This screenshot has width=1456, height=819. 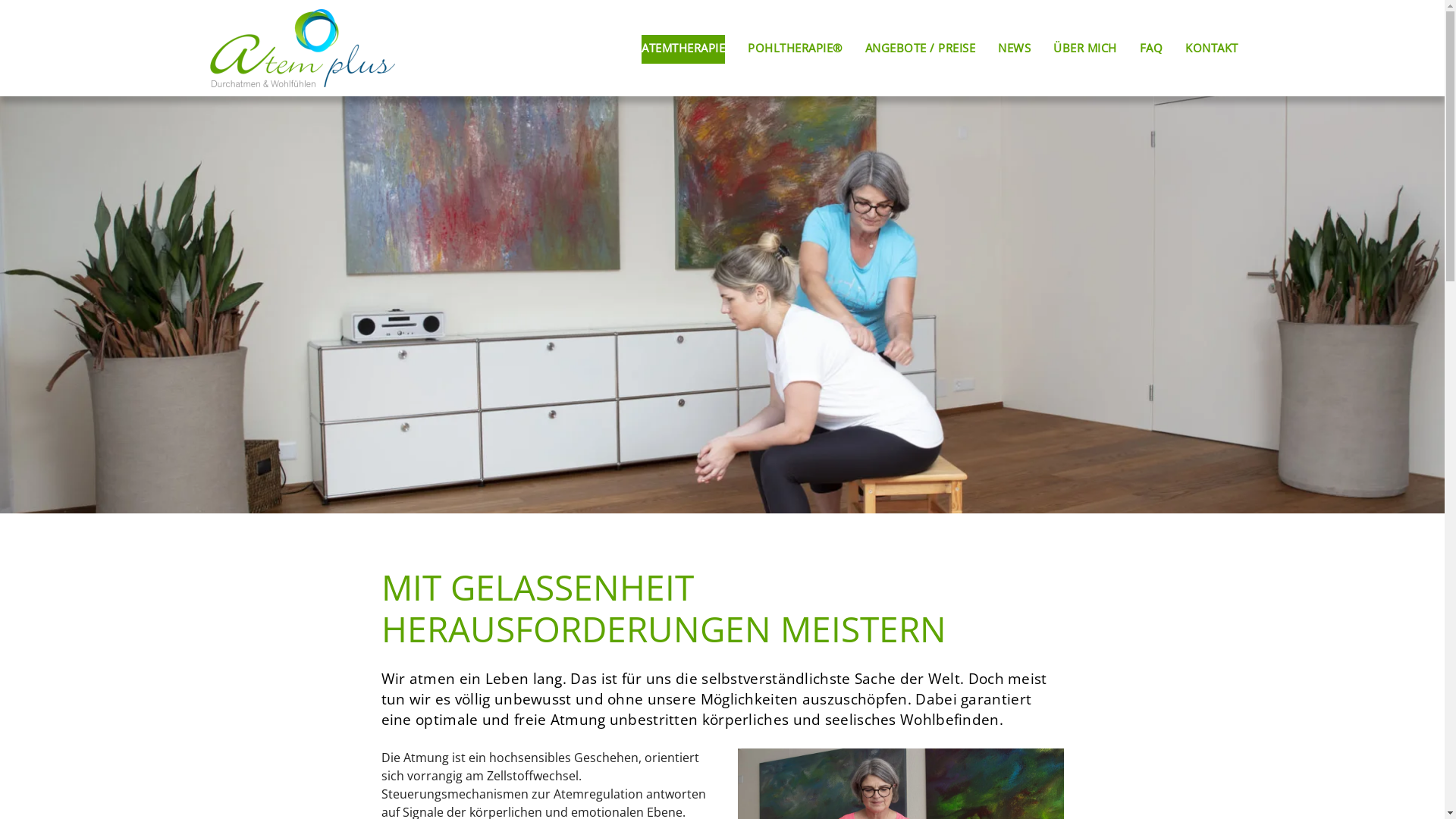 What do you see at coordinates (682, 48) in the screenshot?
I see `'ATEMTHERAPIE'` at bounding box center [682, 48].